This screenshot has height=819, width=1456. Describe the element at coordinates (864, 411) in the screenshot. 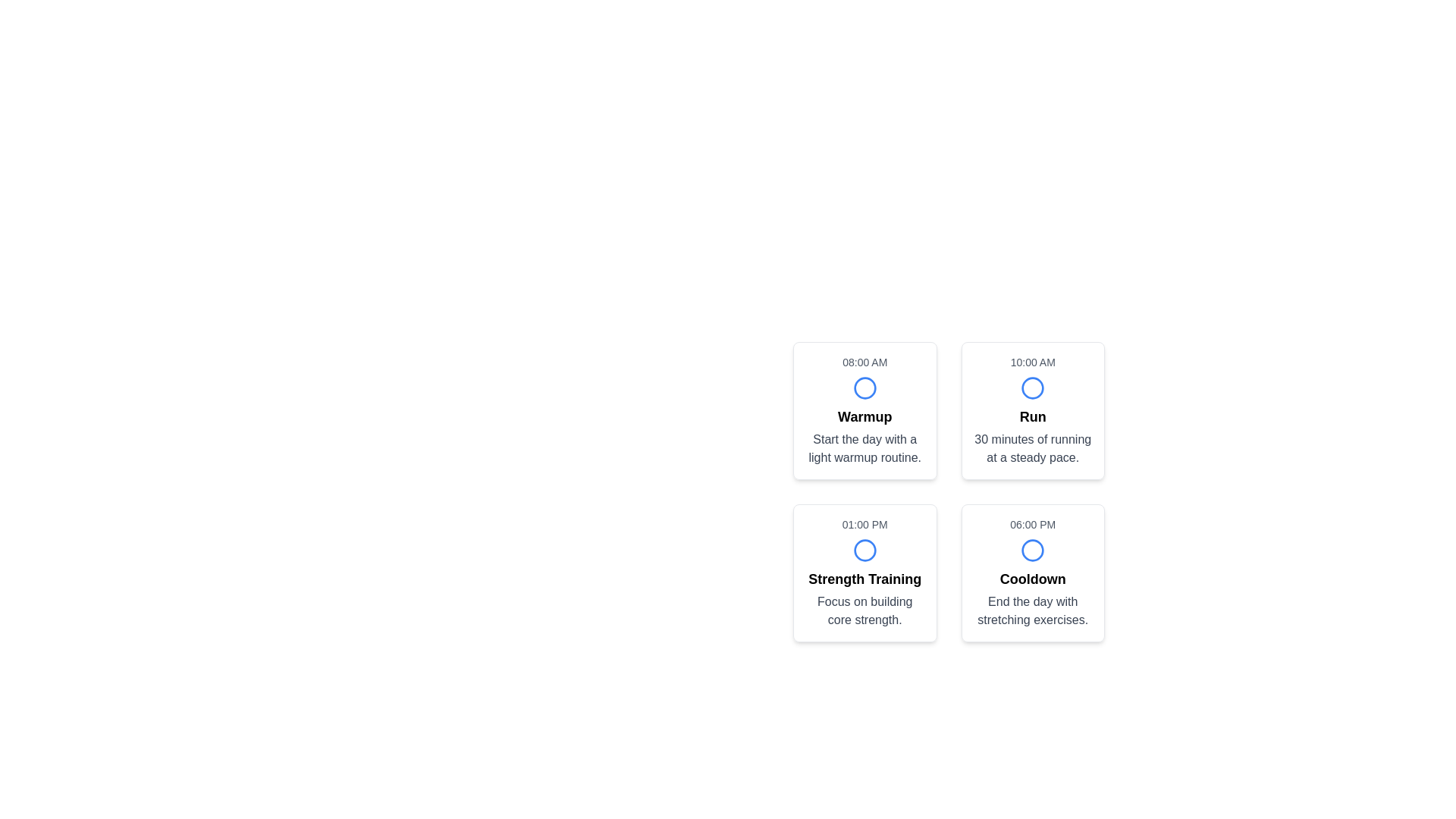

I see `the first scheduled activity card in the daily routine planner` at that location.